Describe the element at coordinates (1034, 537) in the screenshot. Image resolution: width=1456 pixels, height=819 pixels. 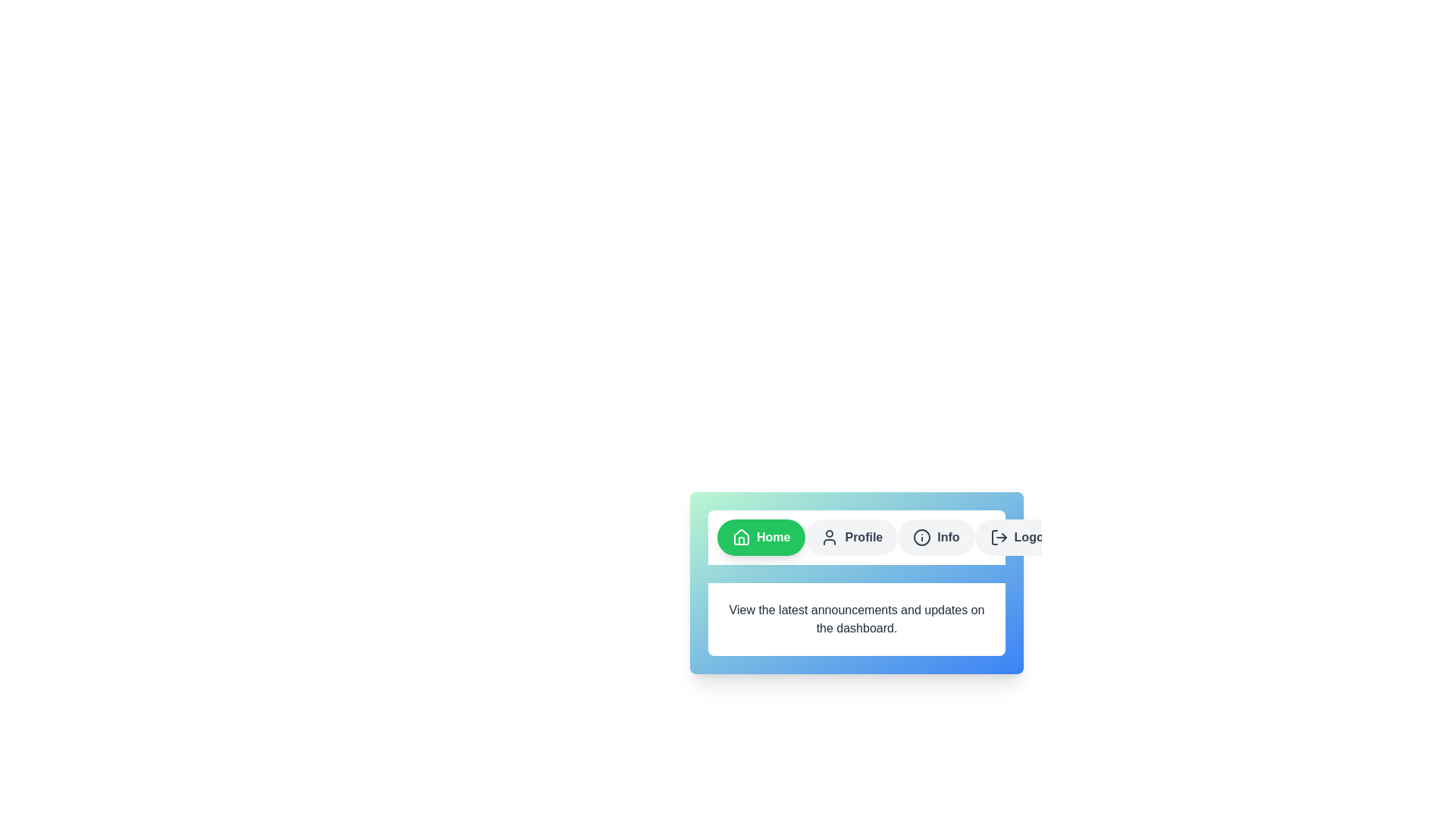
I see `the logout text label located on the right side of the horizontal navigation bar` at that location.